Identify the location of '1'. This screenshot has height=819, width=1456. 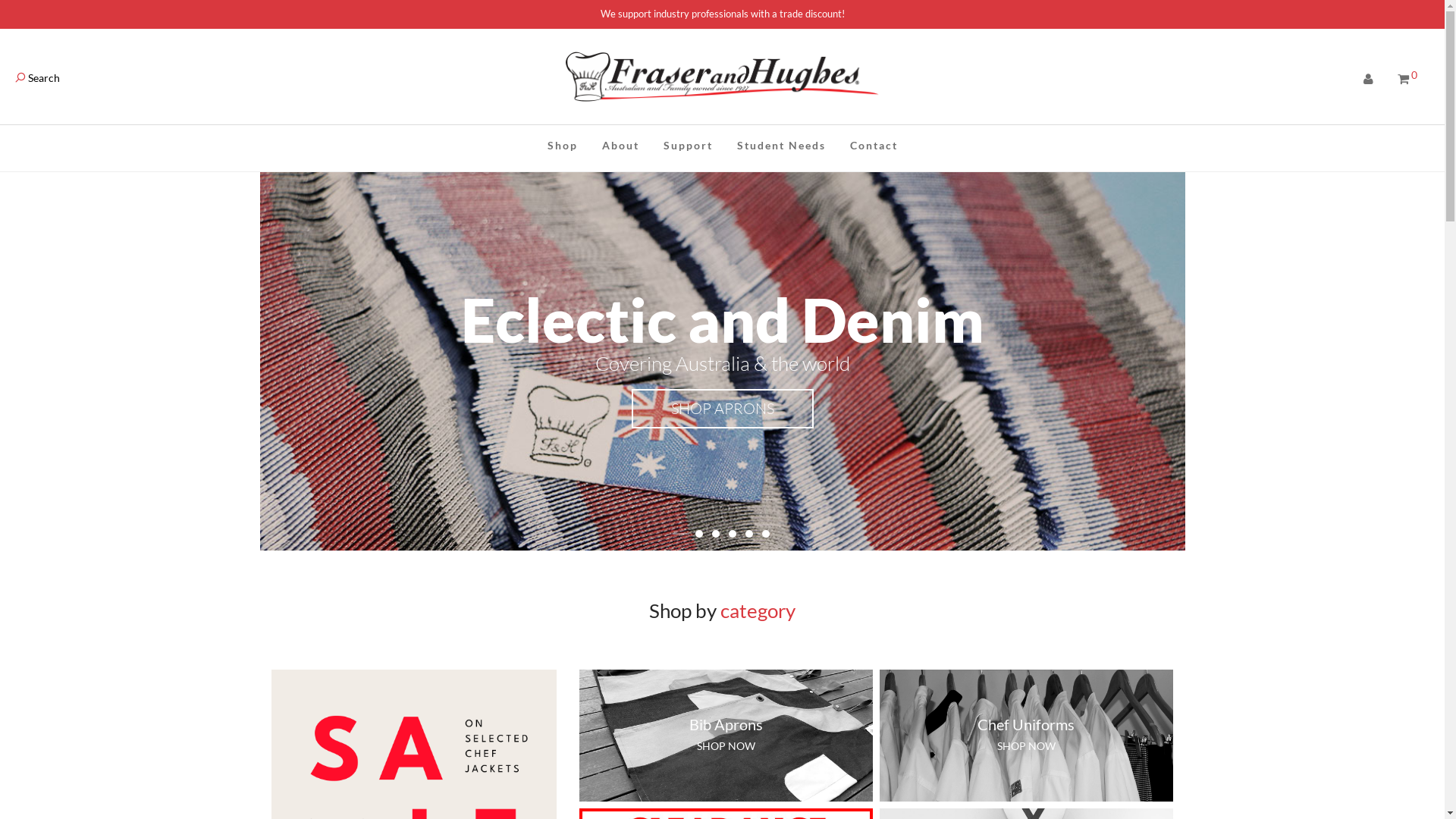
(679, 533).